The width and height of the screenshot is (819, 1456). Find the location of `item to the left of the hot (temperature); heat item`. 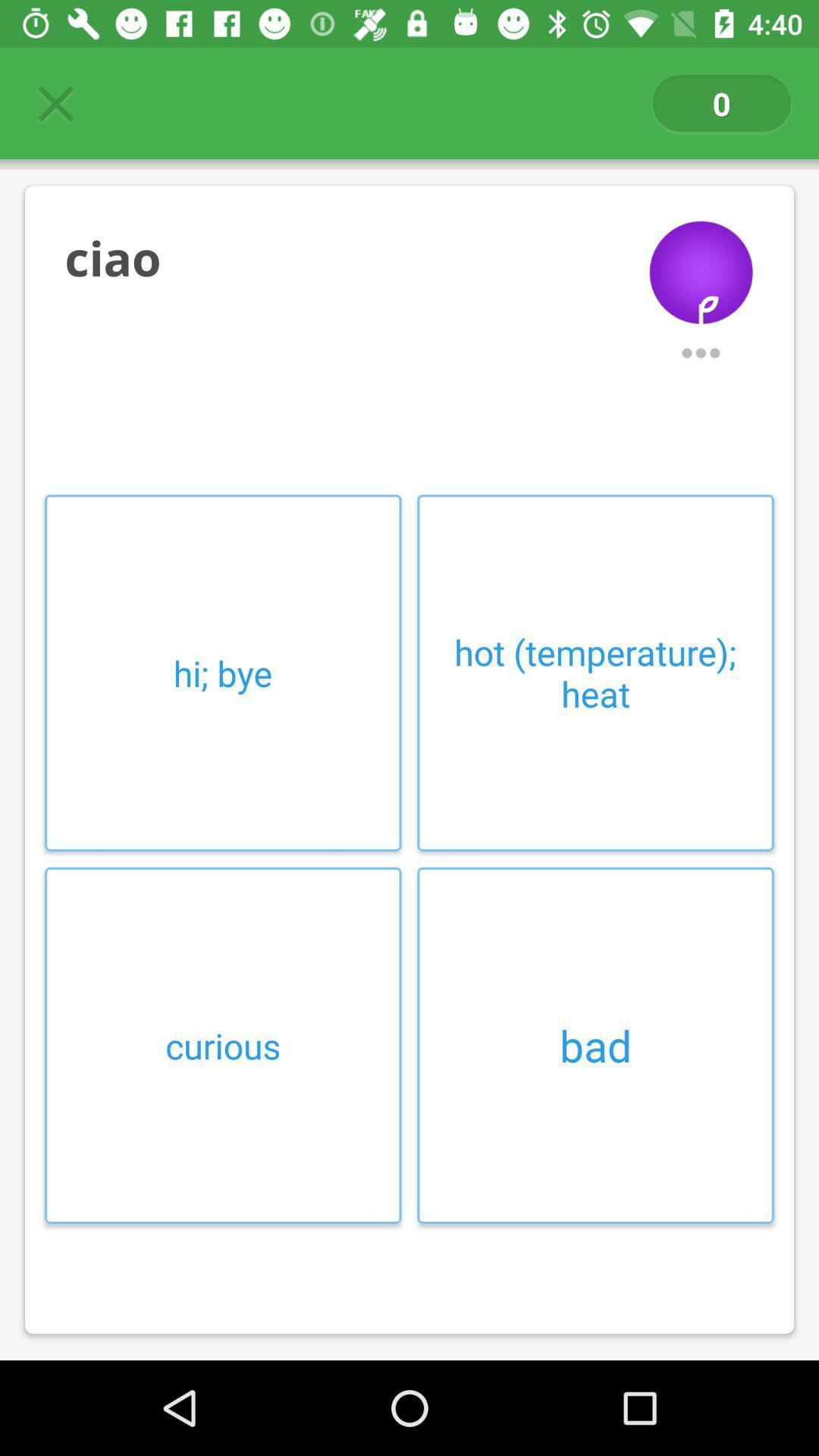

item to the left of the hot (temperature); heat item is located at coordinates (223, 672).